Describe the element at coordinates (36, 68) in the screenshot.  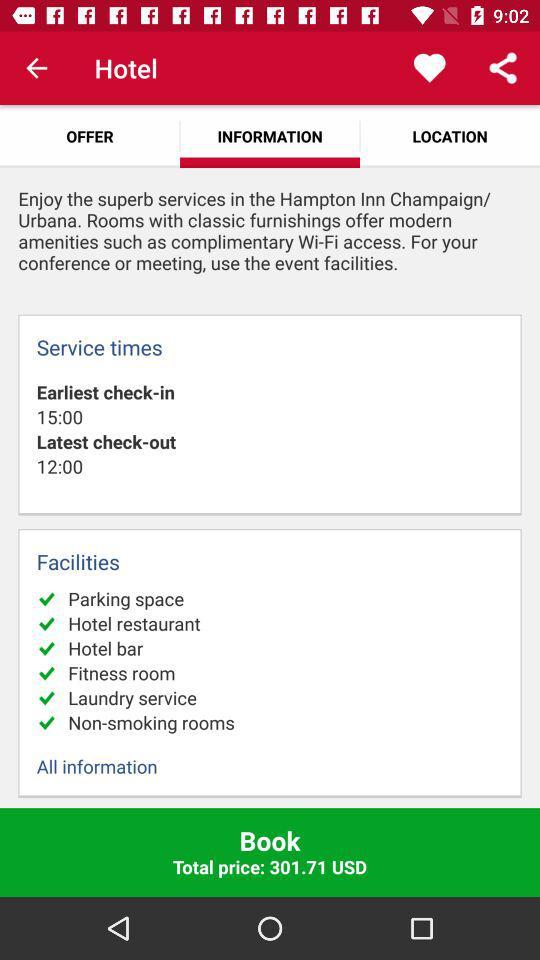
I see `icon next to hotel` at that location.